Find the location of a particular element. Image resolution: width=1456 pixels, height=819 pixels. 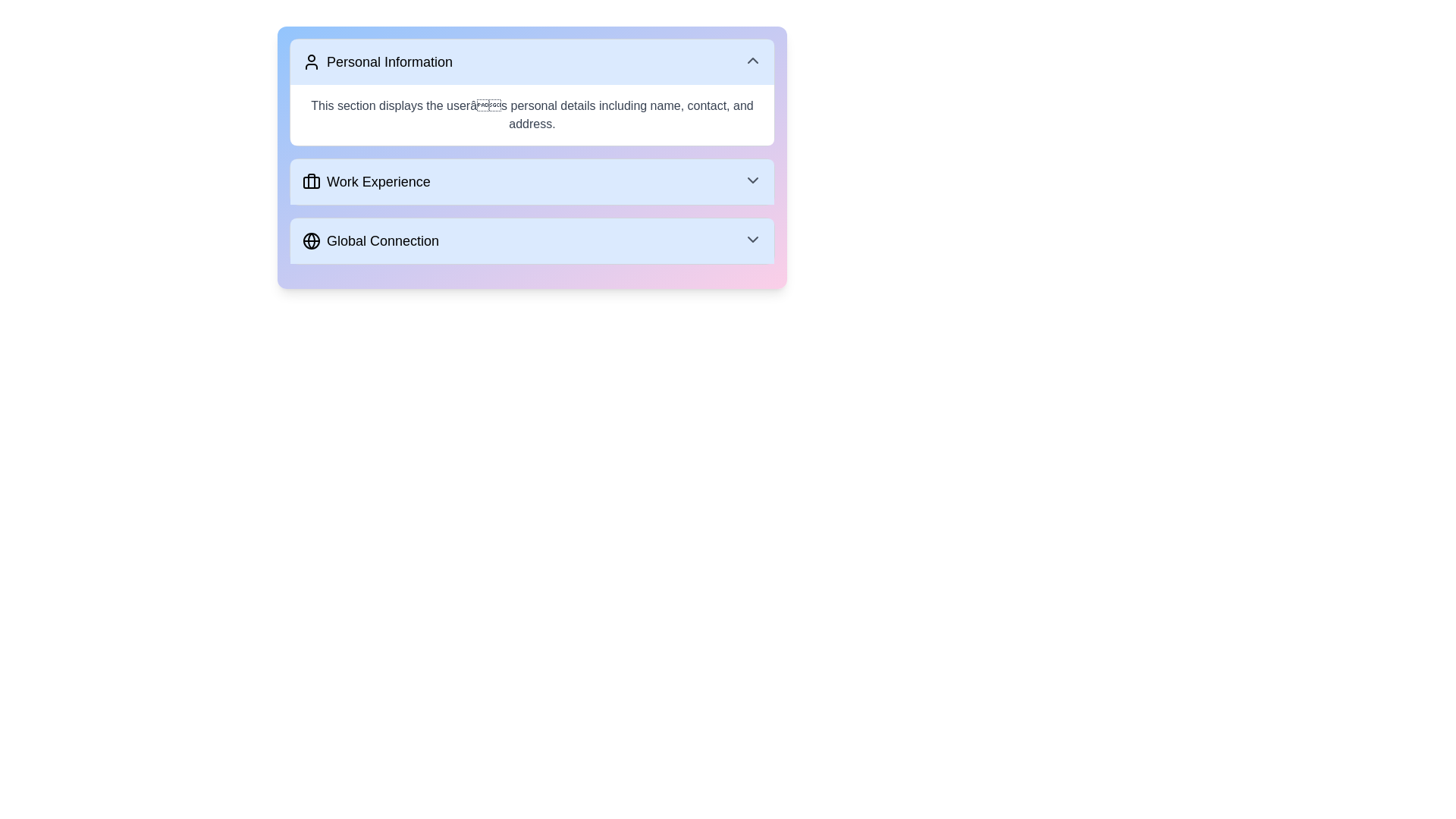

the chevron-down icon located at the far right of the 'Global Connection' panel is located at coordinates (753, 239).